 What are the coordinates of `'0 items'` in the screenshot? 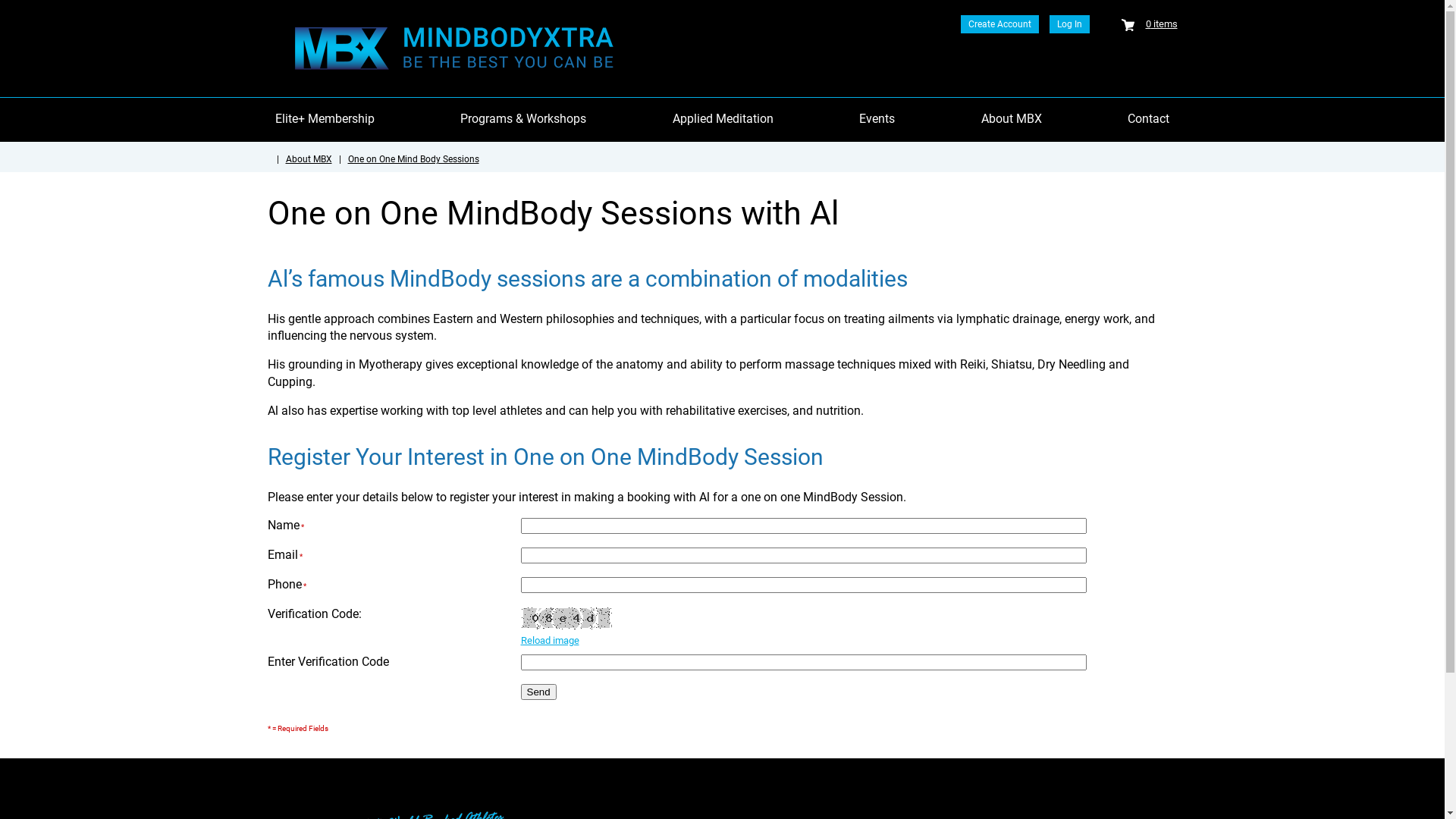 It's located at (1156, 24).